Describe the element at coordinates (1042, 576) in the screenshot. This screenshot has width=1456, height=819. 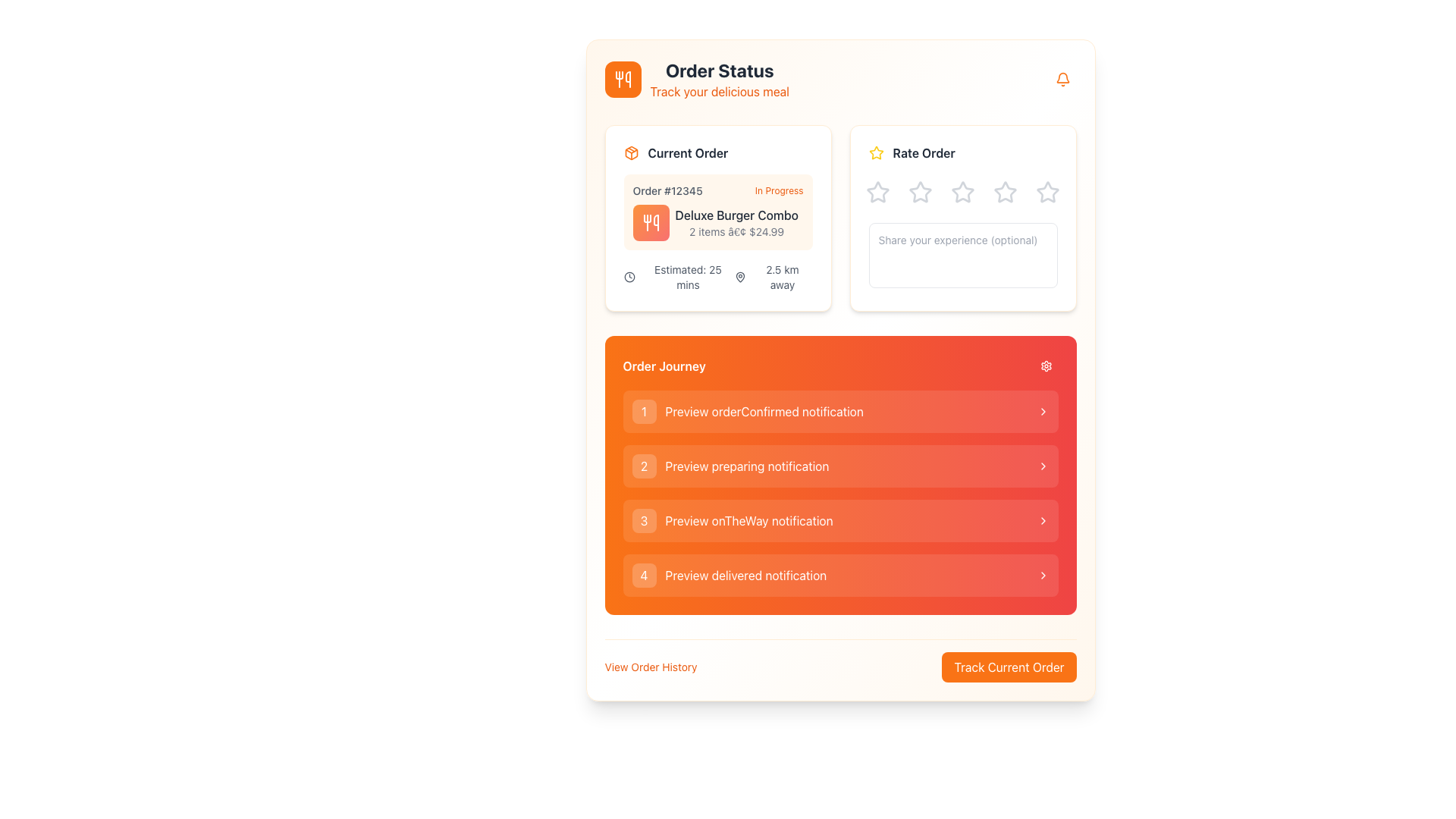
I see `the icon at the end of the list item labeled '4 Preview delivered notification', which indicates further navigational actions or information` at that location.